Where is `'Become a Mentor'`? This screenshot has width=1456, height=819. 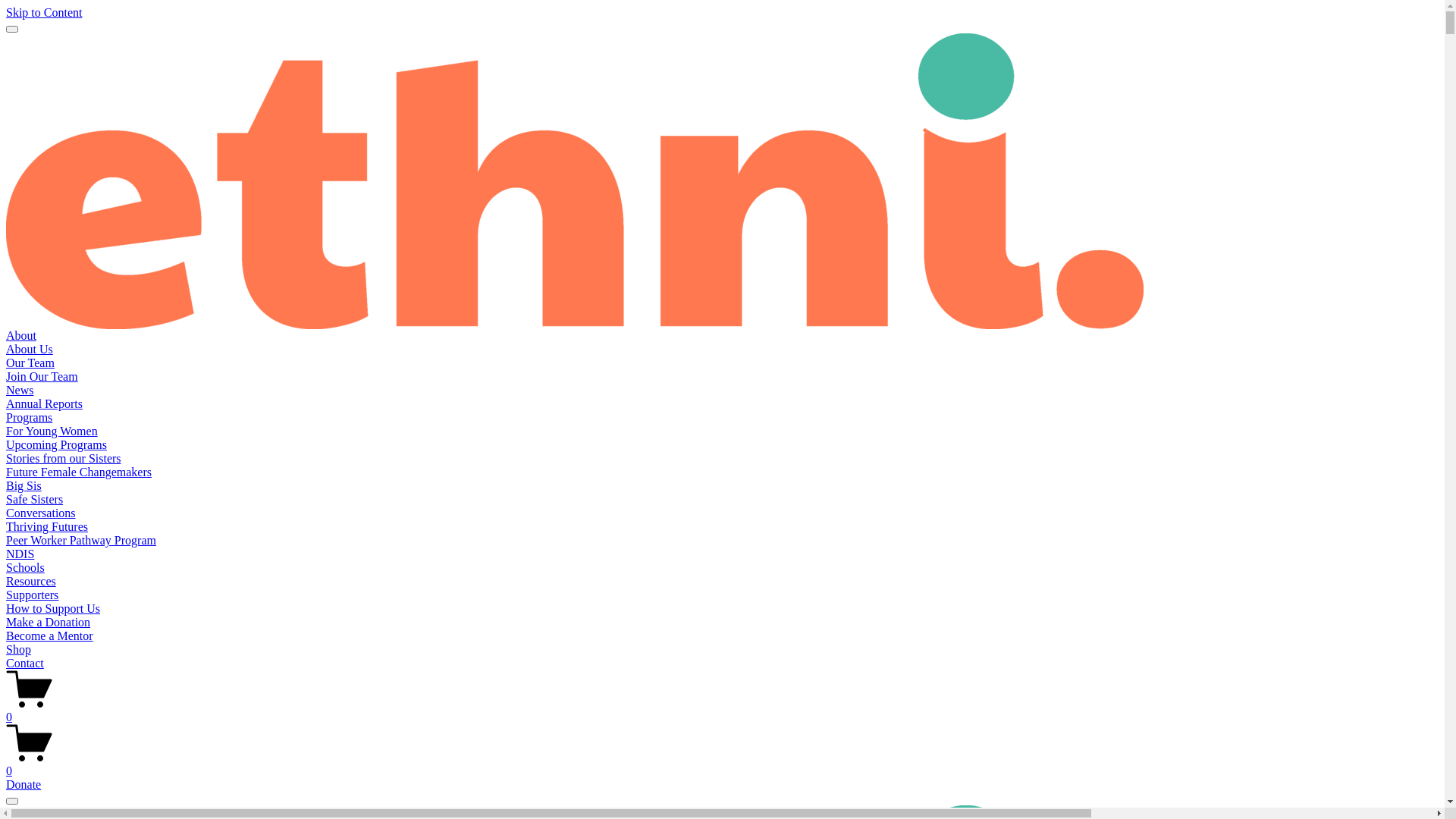 'Become a Mentor' is located at coordinates (49, 635).